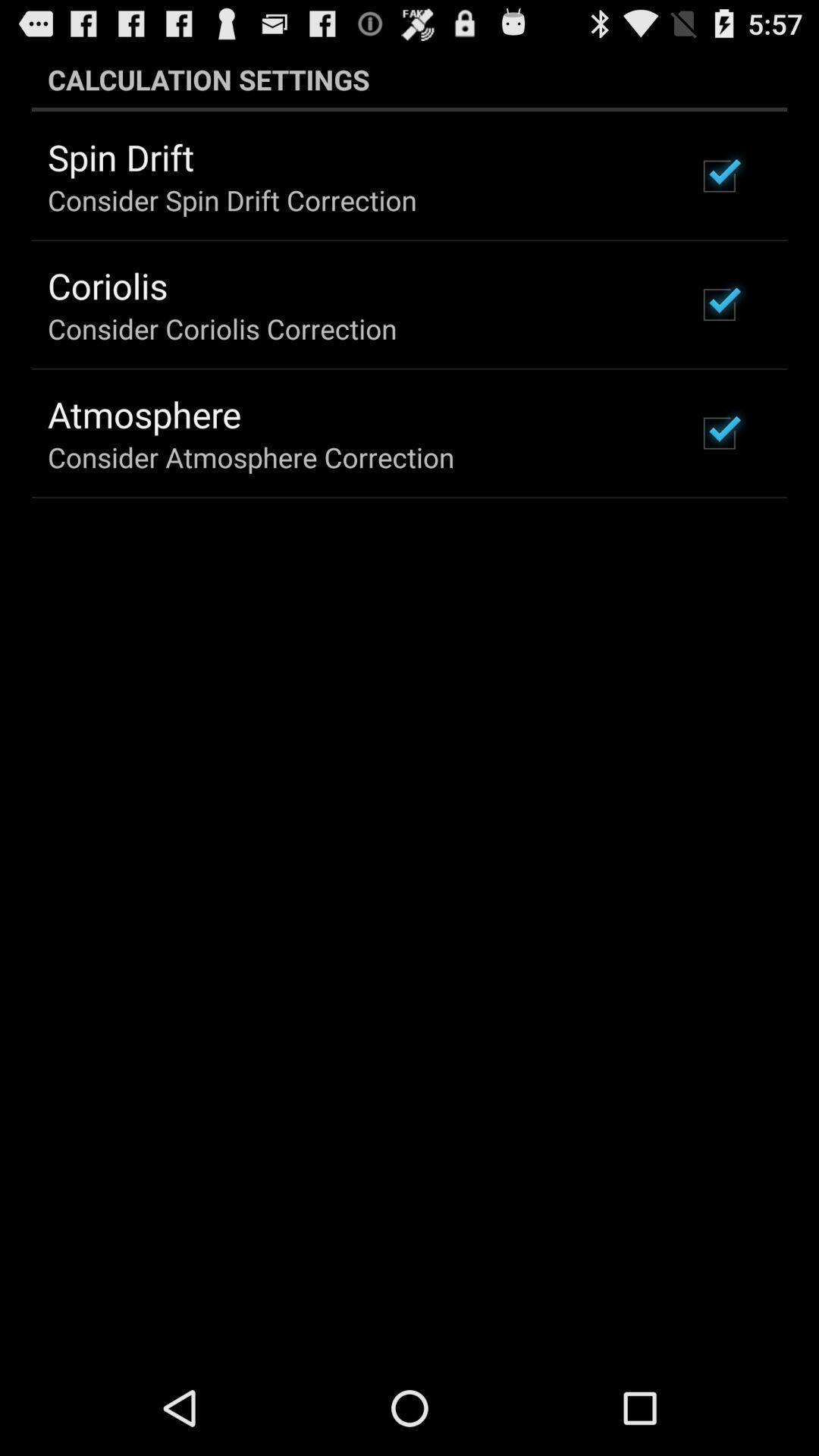 The width and height of the screenshot is (819, 1456). I want to click on the app above the spin drift icon, so click(409, 79).